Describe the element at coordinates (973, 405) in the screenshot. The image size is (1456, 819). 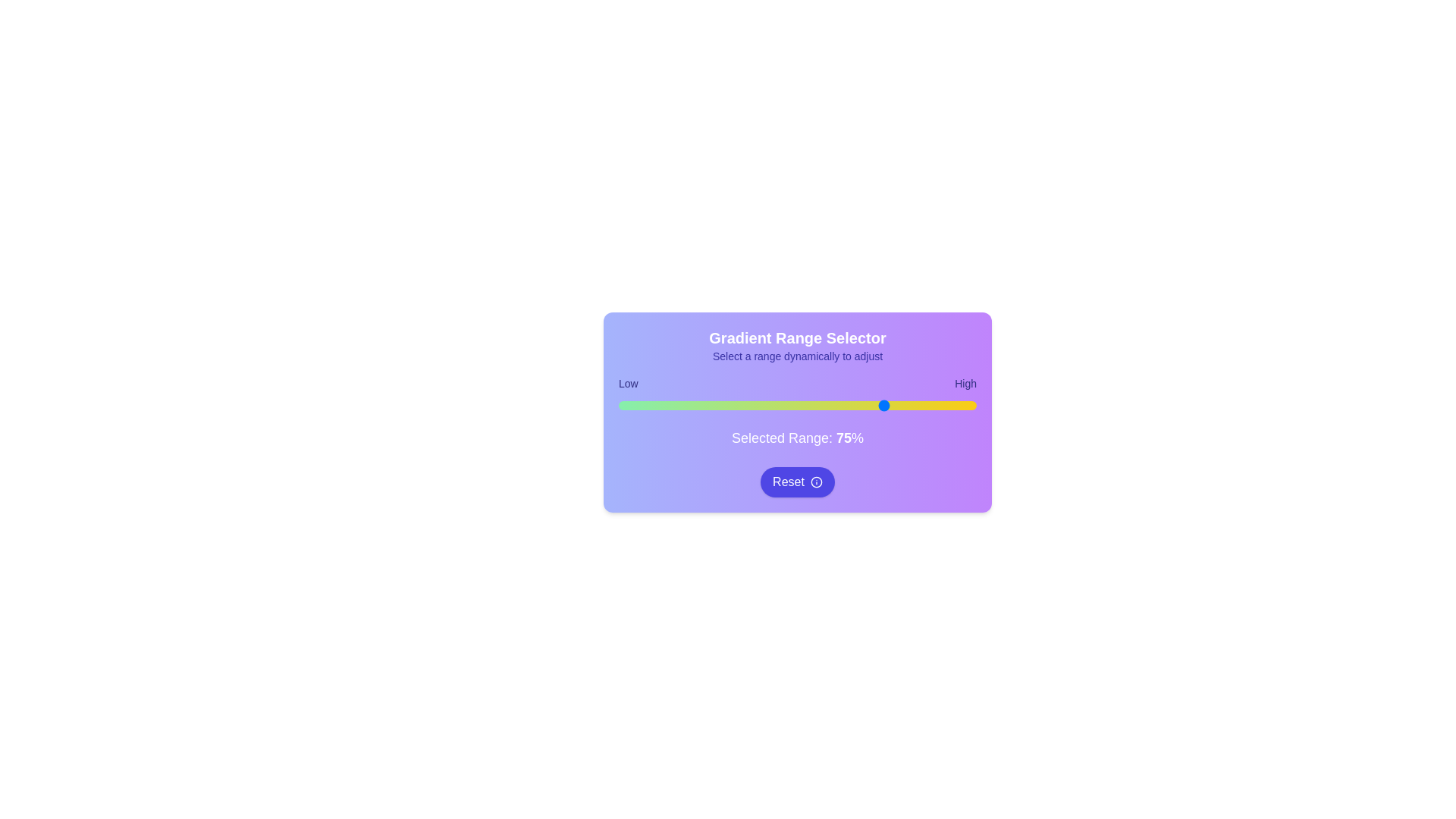
I see `the range slider to 99% by dragging the slider knob` at that location.